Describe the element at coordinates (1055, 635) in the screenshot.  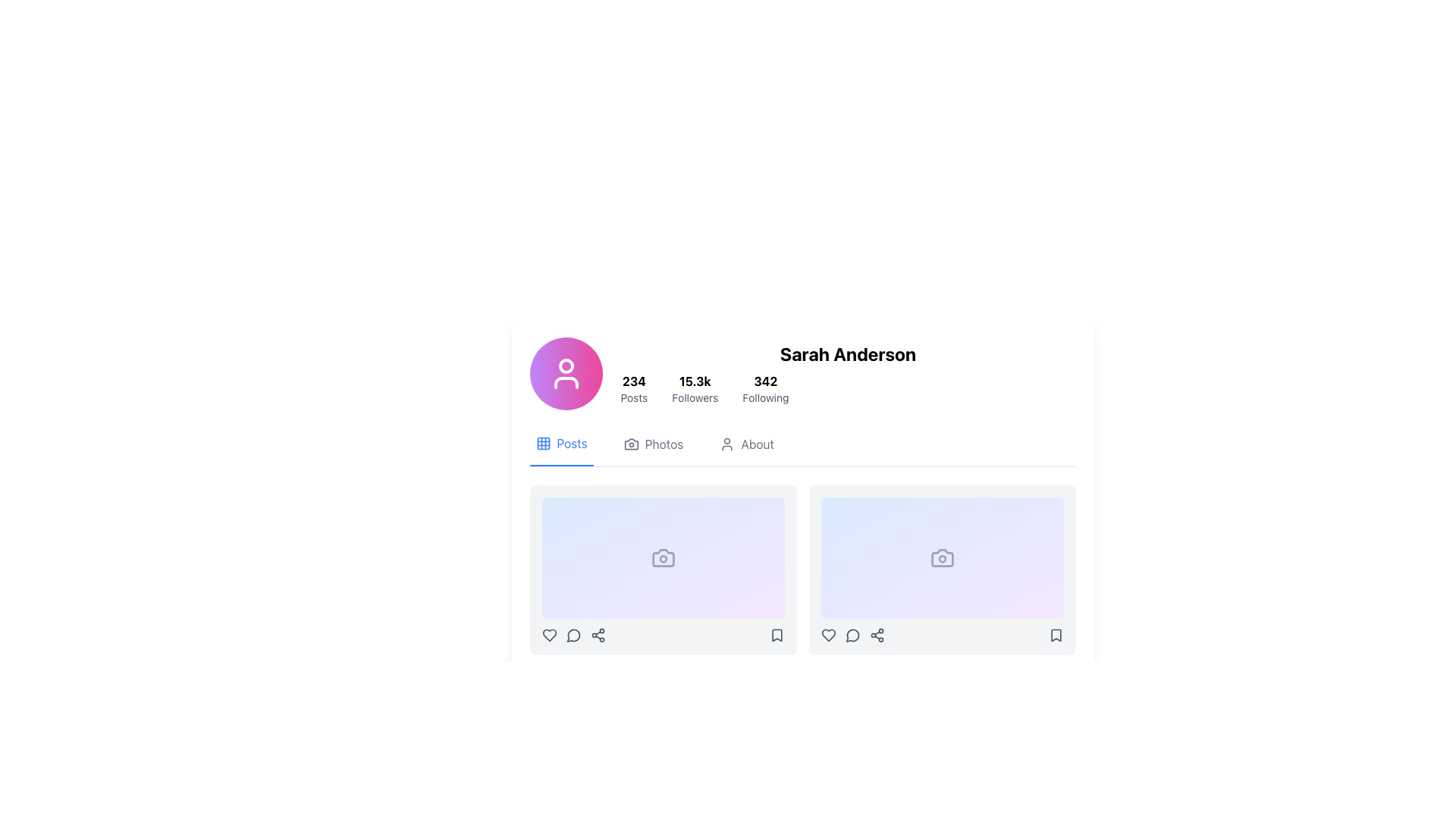
I see `the bookmark icon button located at the bottom-right corner of the second post card to observe the color transition effect` at that location.